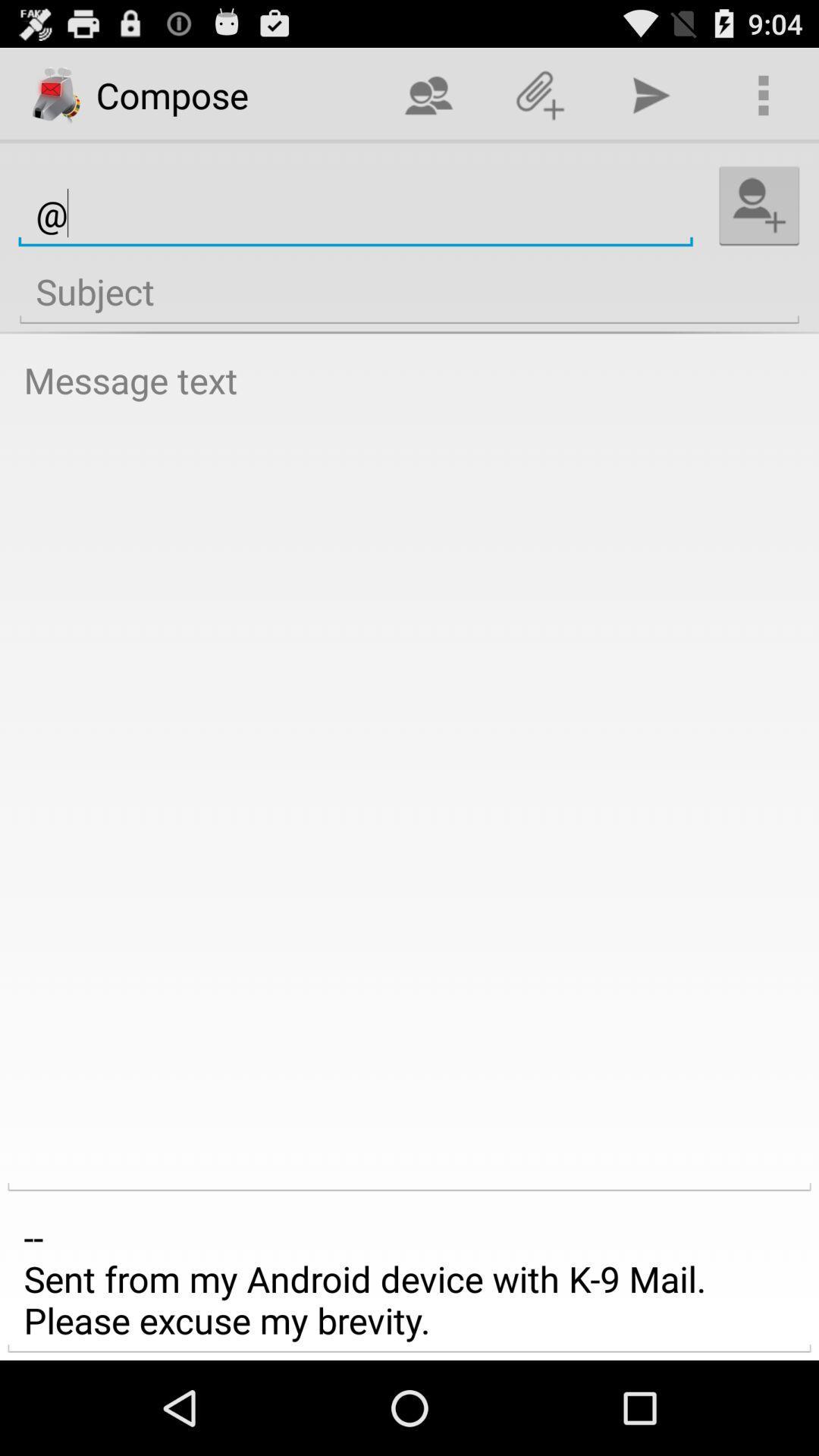 This screenshot has height=1456, width=819. Describe the element at coordinates (428, 94) in the screenshot. I see `item to the right of the compose` at that location.